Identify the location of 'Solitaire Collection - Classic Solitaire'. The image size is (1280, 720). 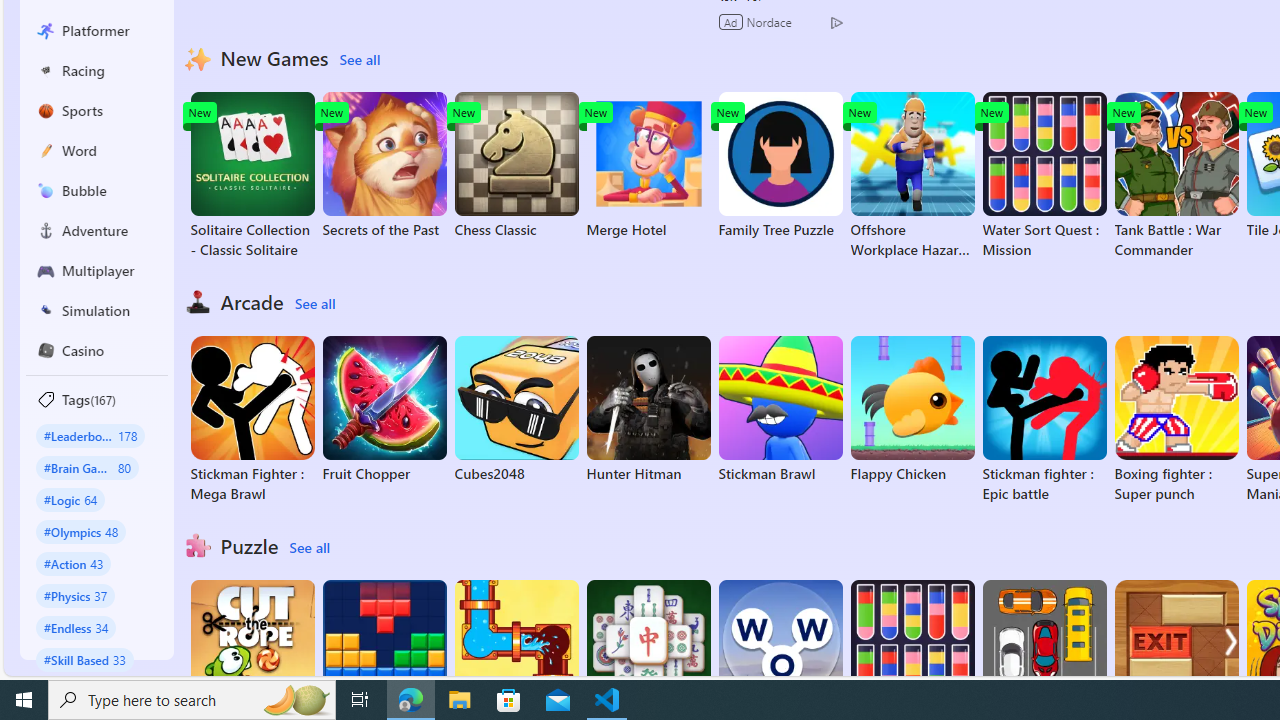
(251, 175).